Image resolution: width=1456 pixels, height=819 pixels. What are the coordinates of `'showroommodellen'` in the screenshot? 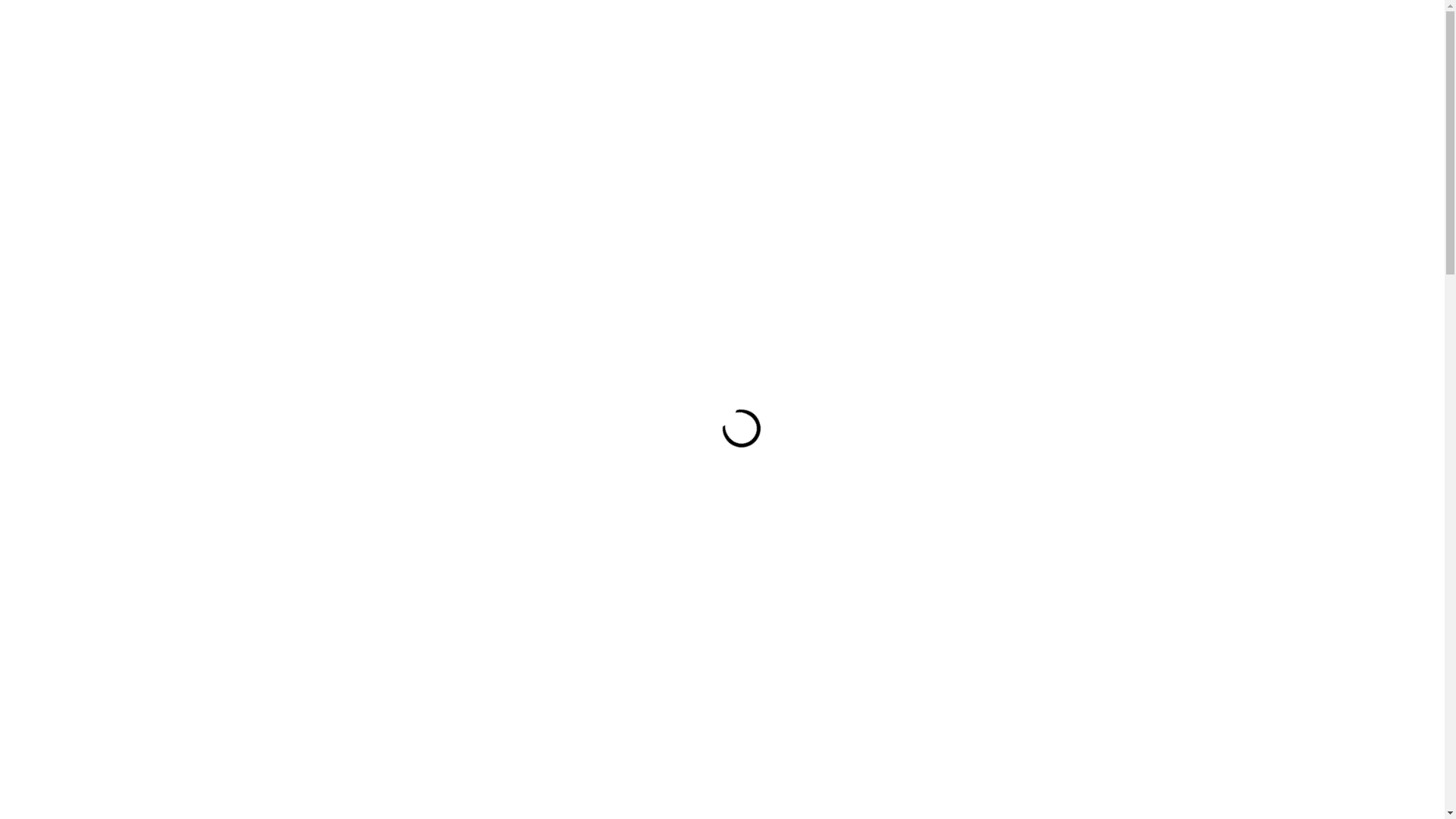 It's located at (497, 52).